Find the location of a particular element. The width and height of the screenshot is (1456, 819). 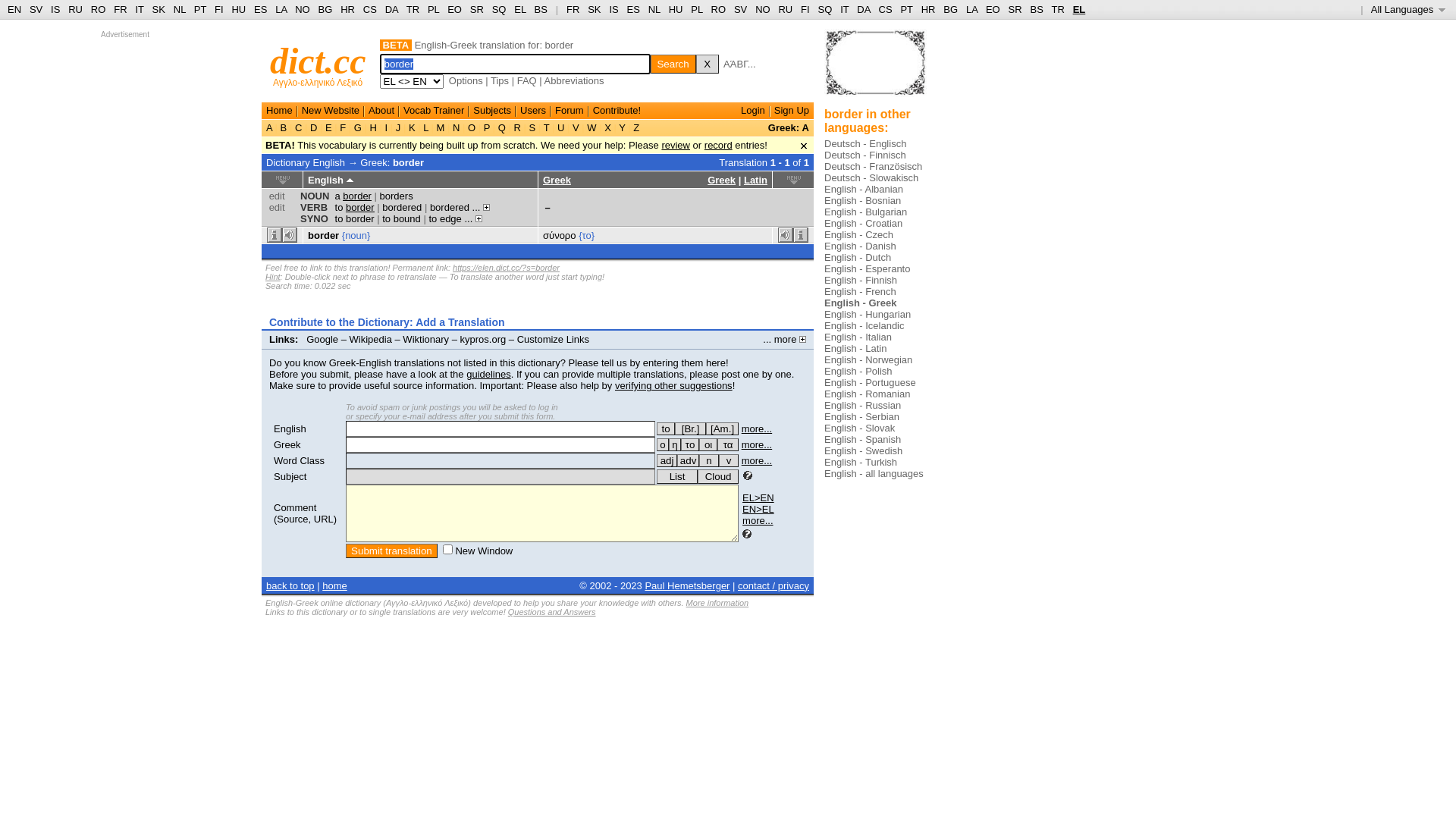

'Deutsch - Finnisch' is located at coordinates (865, 155).